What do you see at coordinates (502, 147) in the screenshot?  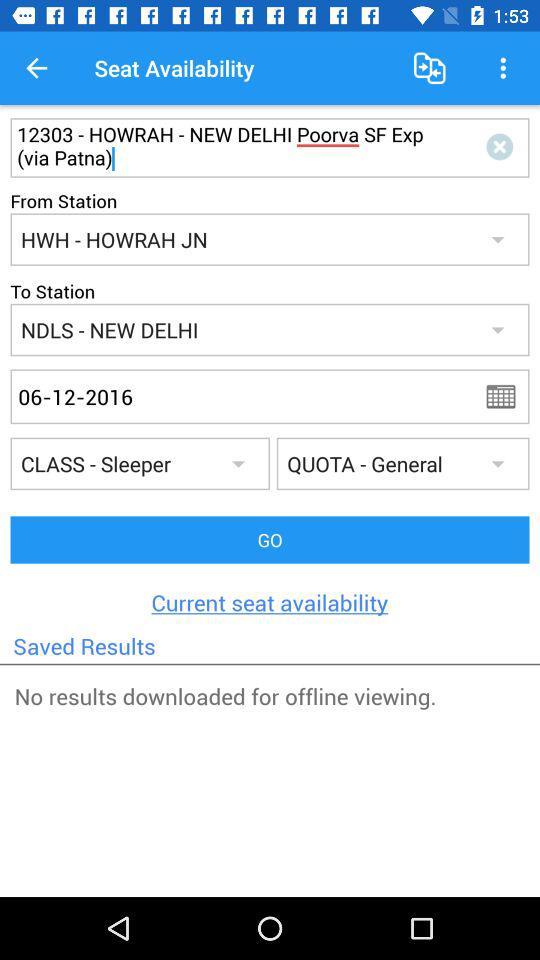 I see `the into icon` at bounding box center [502, 147].